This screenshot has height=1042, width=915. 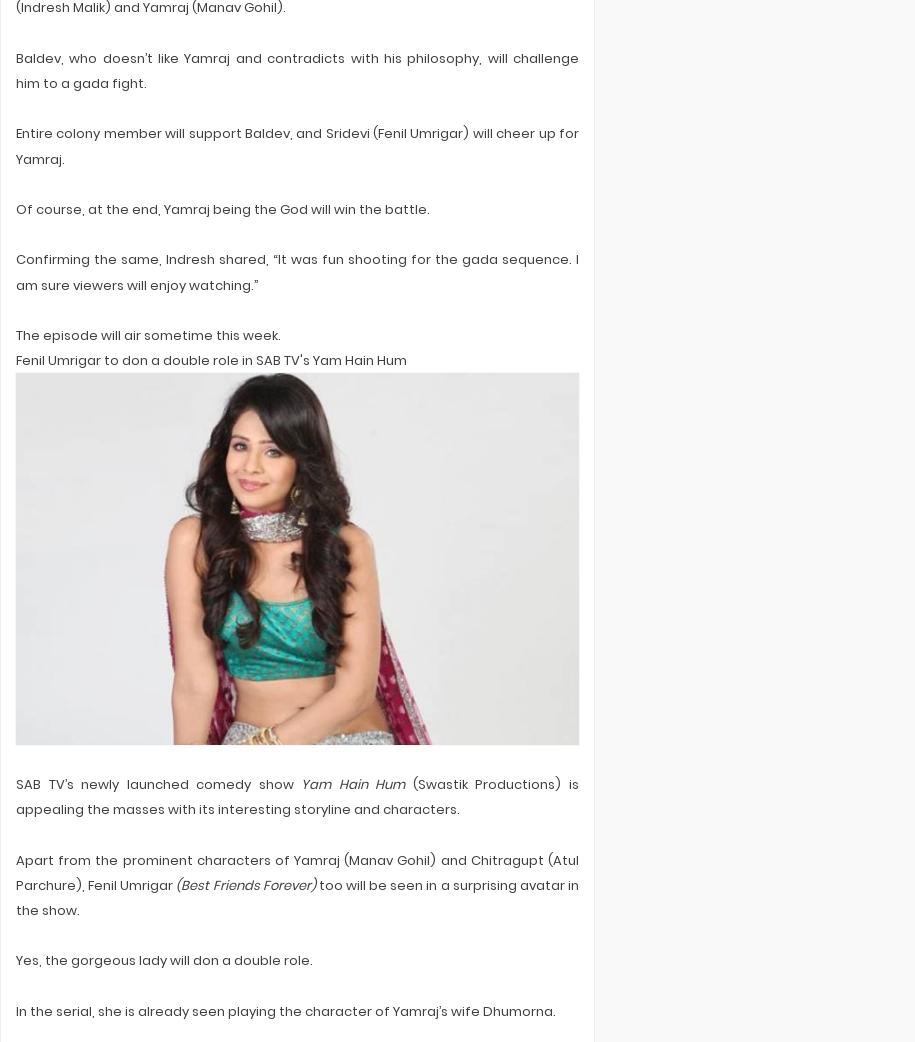 I want to click on 'The episode will air sometime this week.', so click(x=148, y=334).